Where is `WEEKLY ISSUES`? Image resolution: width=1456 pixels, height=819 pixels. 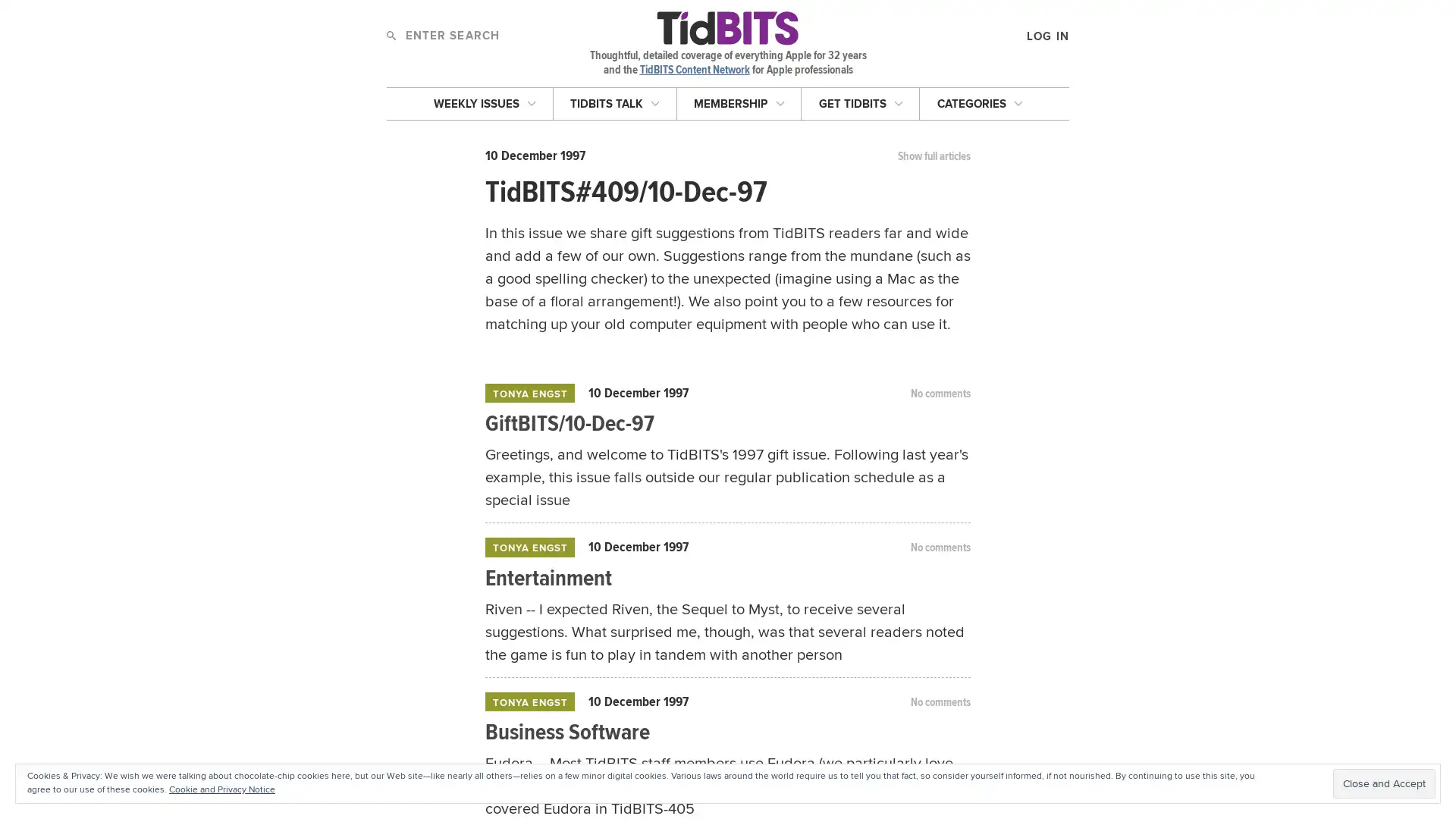 WEEKLY ISSUES is located at coordinates (483, 102).